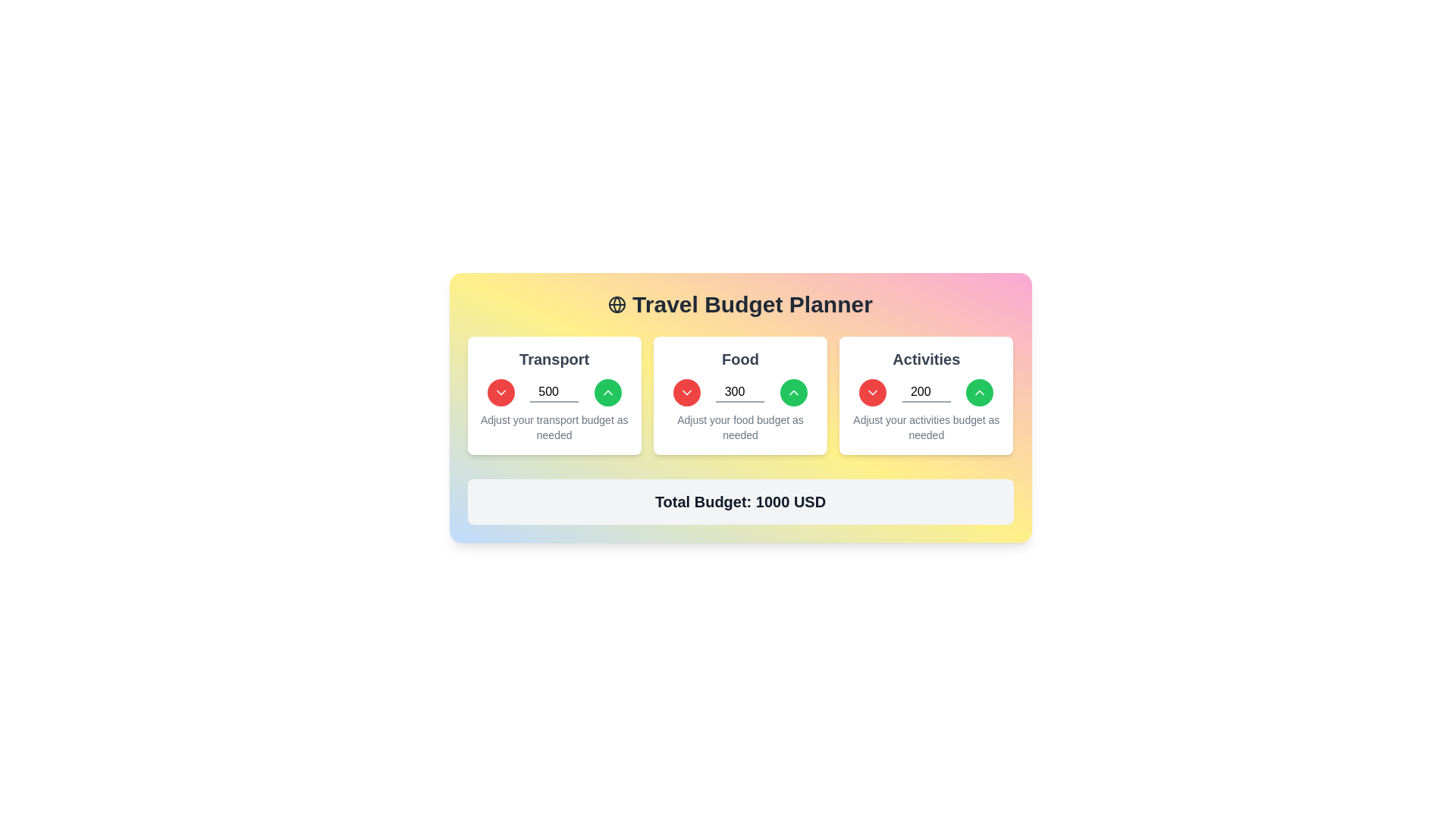 The height and width of the screenshot is (819, 1456). What do you see at coordinates (740, 304) in the screenshot?
I see `the Text and Icon Label at the top-center of the panel, which serves as the title of the travel budget planner application` at bounding box center [740, 304].